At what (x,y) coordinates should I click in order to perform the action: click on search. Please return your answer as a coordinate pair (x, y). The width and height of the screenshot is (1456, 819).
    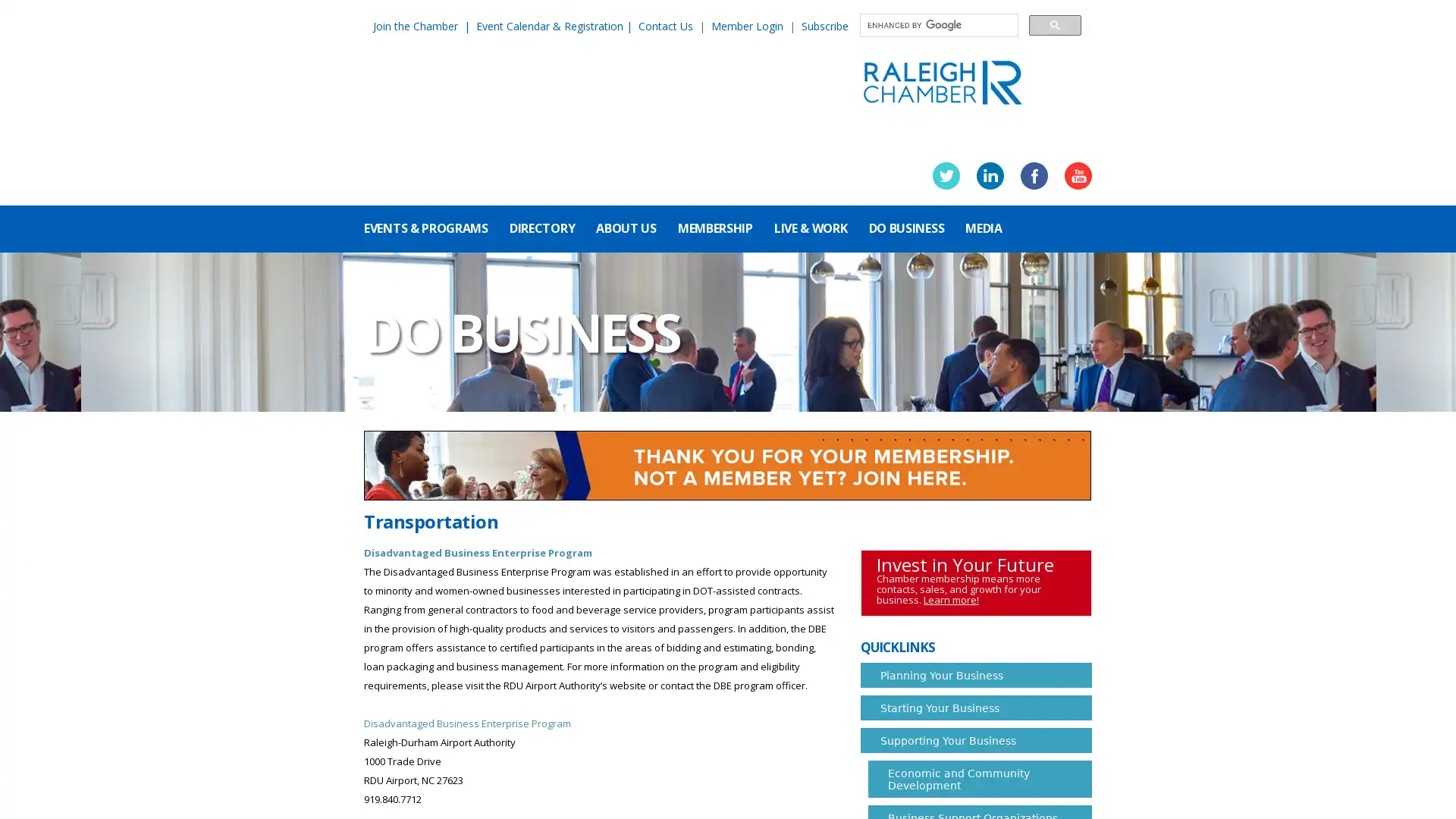
    Looking at the image, I should click on (1054, 24).